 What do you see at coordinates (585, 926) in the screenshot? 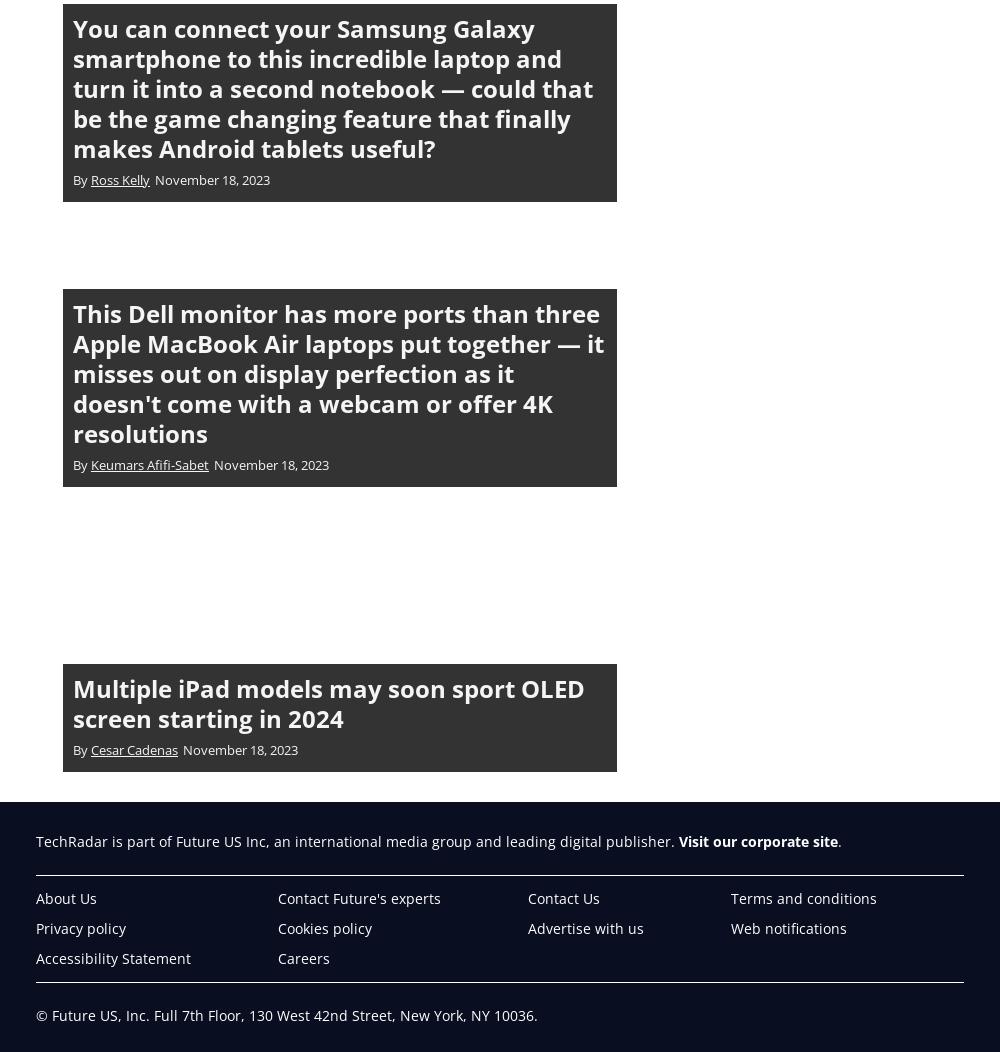
I see `'Advertise with us'` at bounding box center [585, 926].